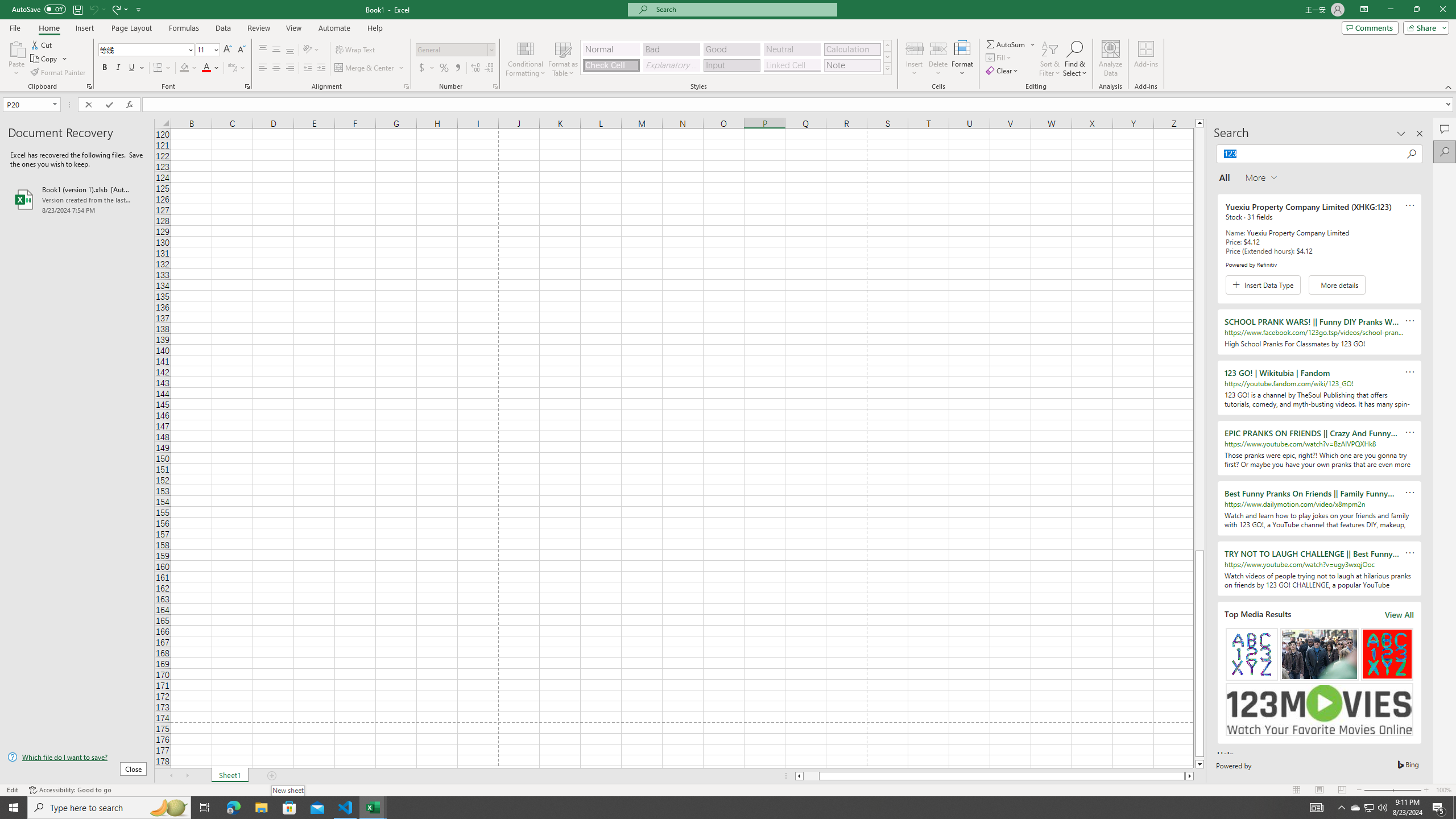 Image resolution: width=1456 pixels, height=819 pixels. What do you see at coordinates (1049, 59) in the screenshot?
I see `'Sort & Filter'` at bounding box center [1049, 59].